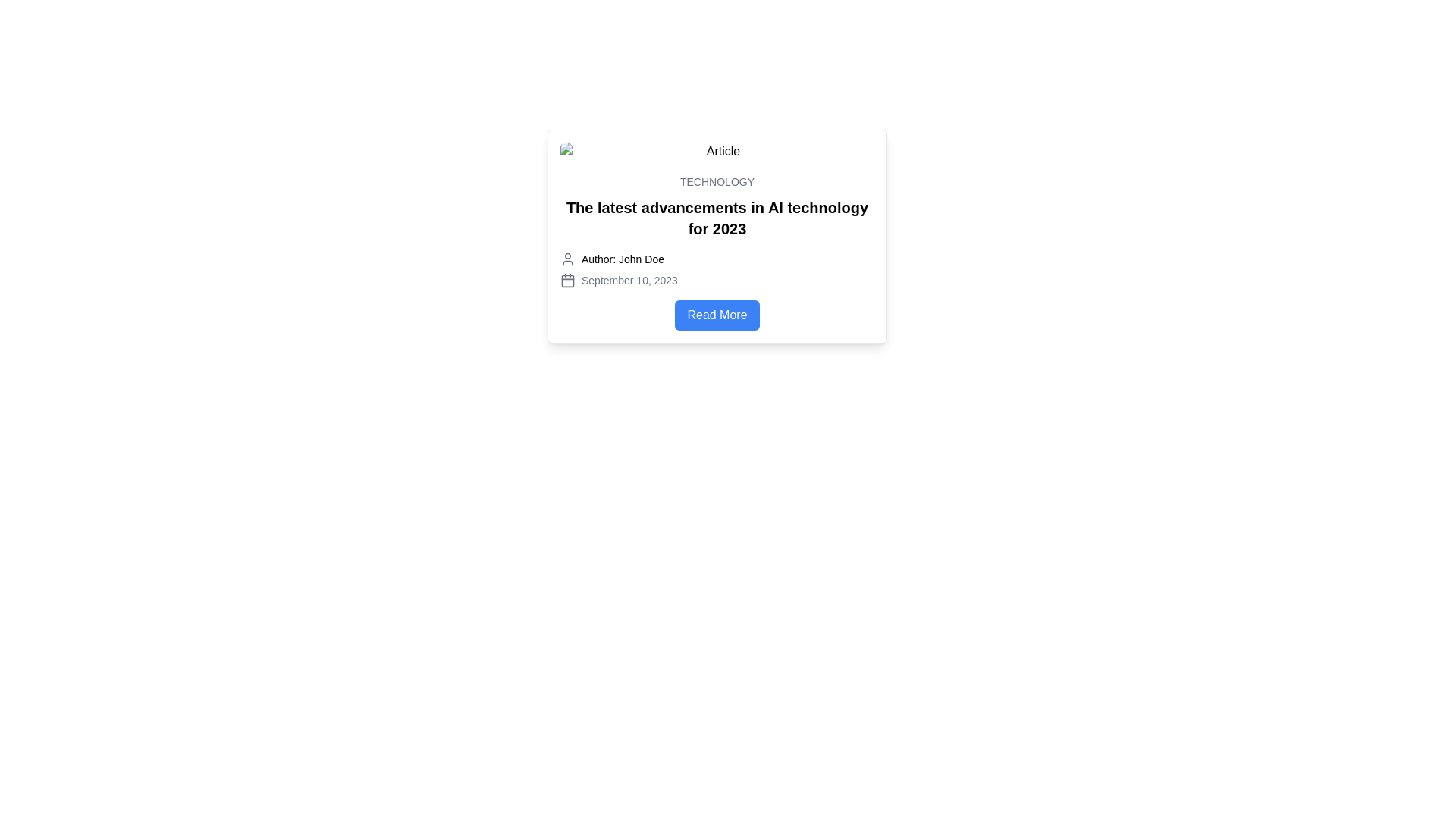 The height and width of the screenshot is (819, 1456). What do you see at coordinates (716, 315) in the screenshot?
I see `the 'Read More' button, which is a blue rectangular button with white text, located at the bottom of the article preview card` at bounding box center [716, 315].